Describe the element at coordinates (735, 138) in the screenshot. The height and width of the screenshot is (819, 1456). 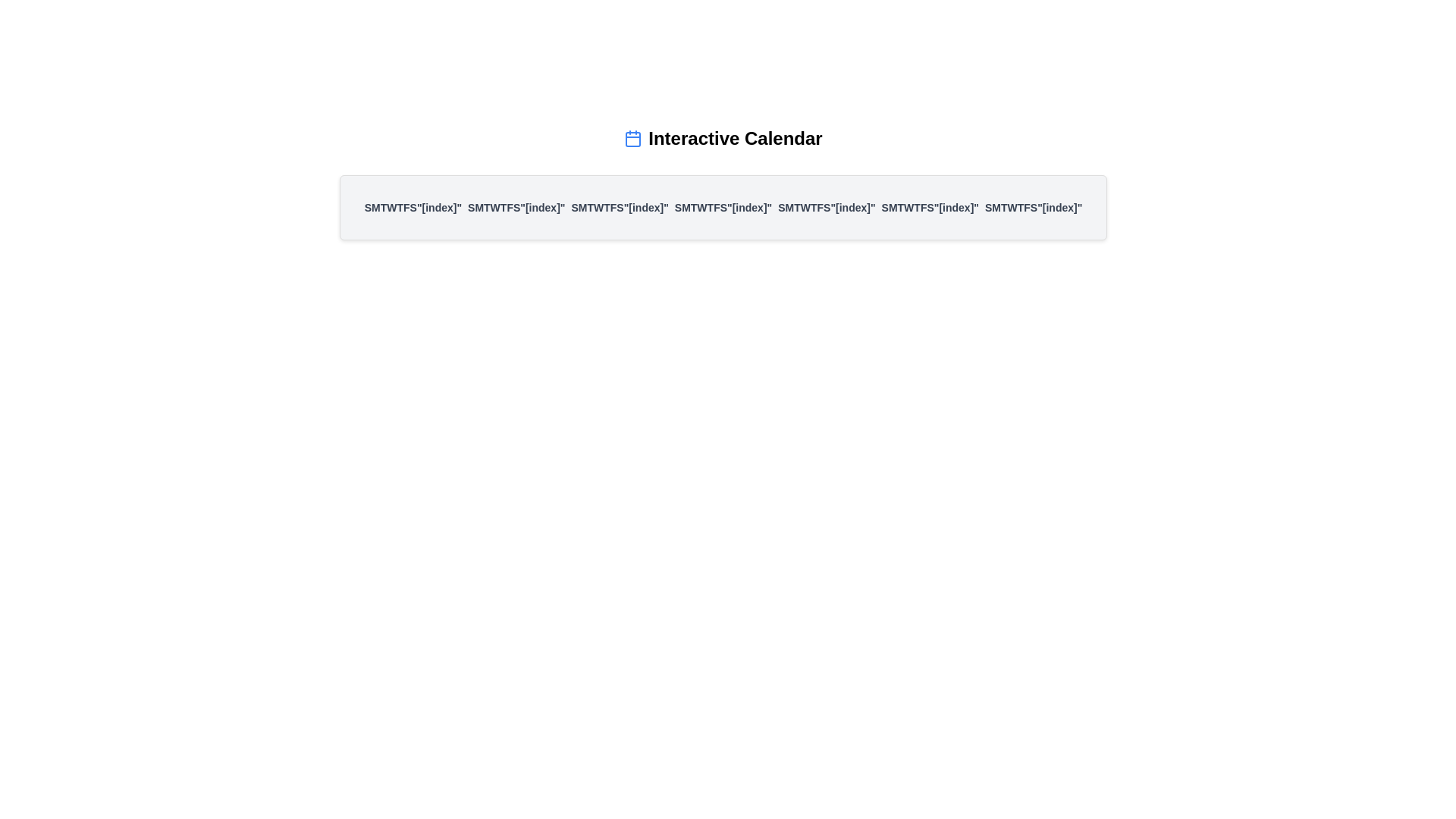
I see `the heading labeled 'Interactive Calendar', which is prominently styled in bold and larger font, to engage with adjacent interactive elements` at that location.